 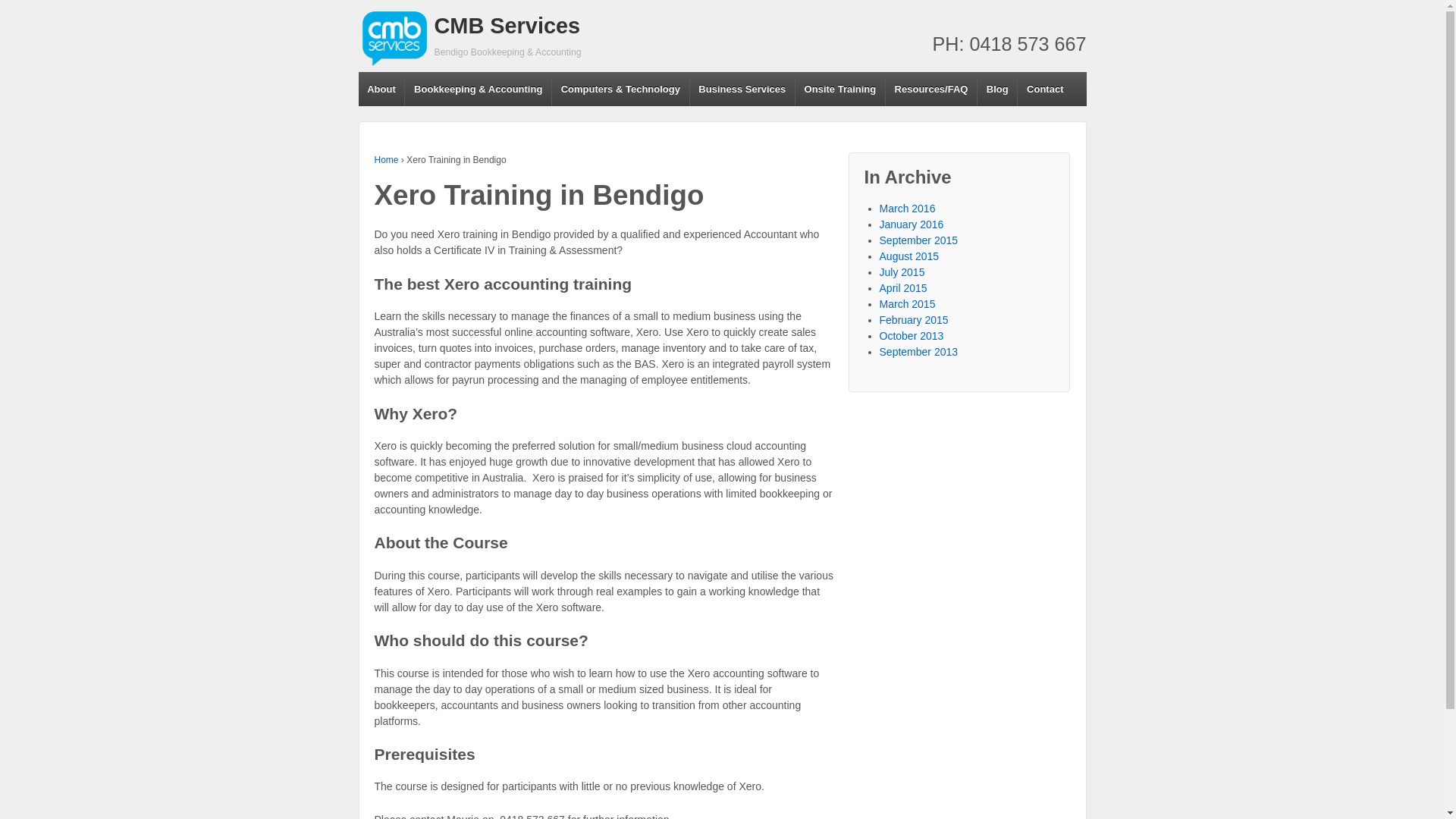 What do you see at coordinates (913, 318) in the screenshot?
I see `'February 2015'` at bounding box center [913, 318].